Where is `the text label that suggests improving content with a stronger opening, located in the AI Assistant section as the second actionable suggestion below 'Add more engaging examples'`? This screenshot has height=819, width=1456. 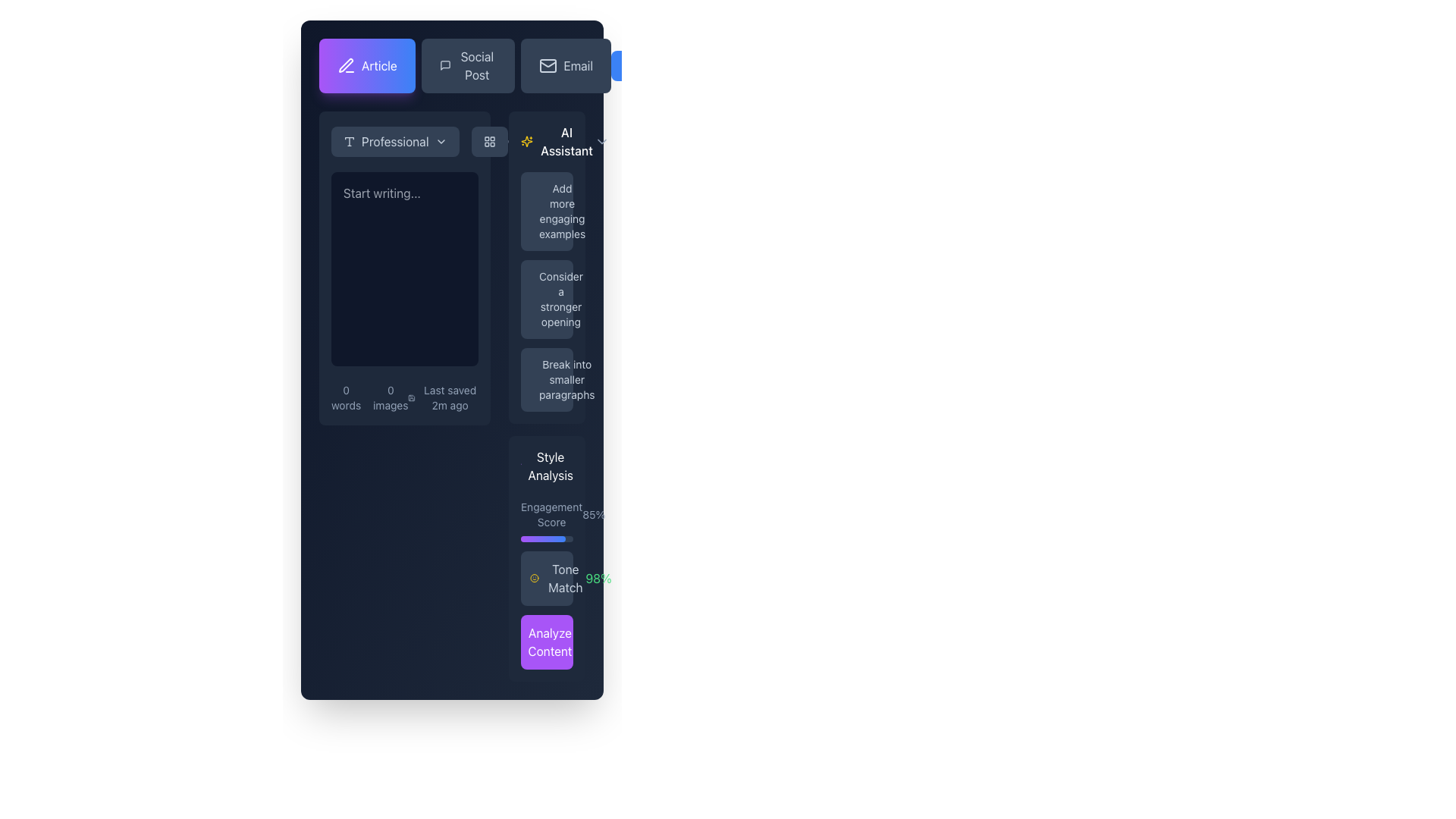
the text label that suggests improving content with a stronger opening, located in the AI Assistant section as the second actionable suggestion below 'Add more engaging examples' is located at coordinates (560, 299).